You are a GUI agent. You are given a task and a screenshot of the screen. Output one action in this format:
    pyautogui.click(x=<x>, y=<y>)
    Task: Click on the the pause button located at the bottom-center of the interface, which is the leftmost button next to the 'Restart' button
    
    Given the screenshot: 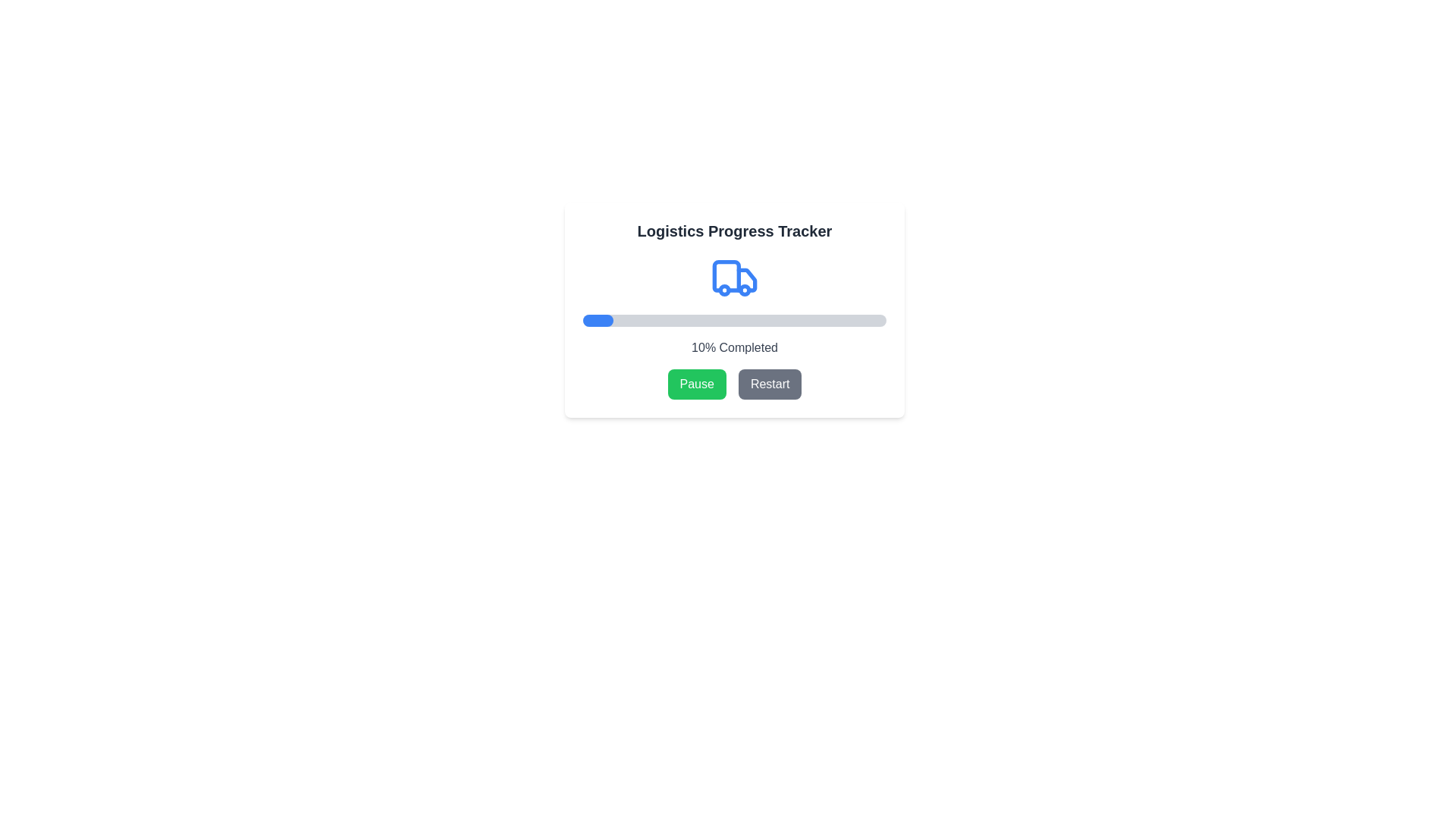 What is the action you would take?
    pyautogui.click(x=696, y=383)
    